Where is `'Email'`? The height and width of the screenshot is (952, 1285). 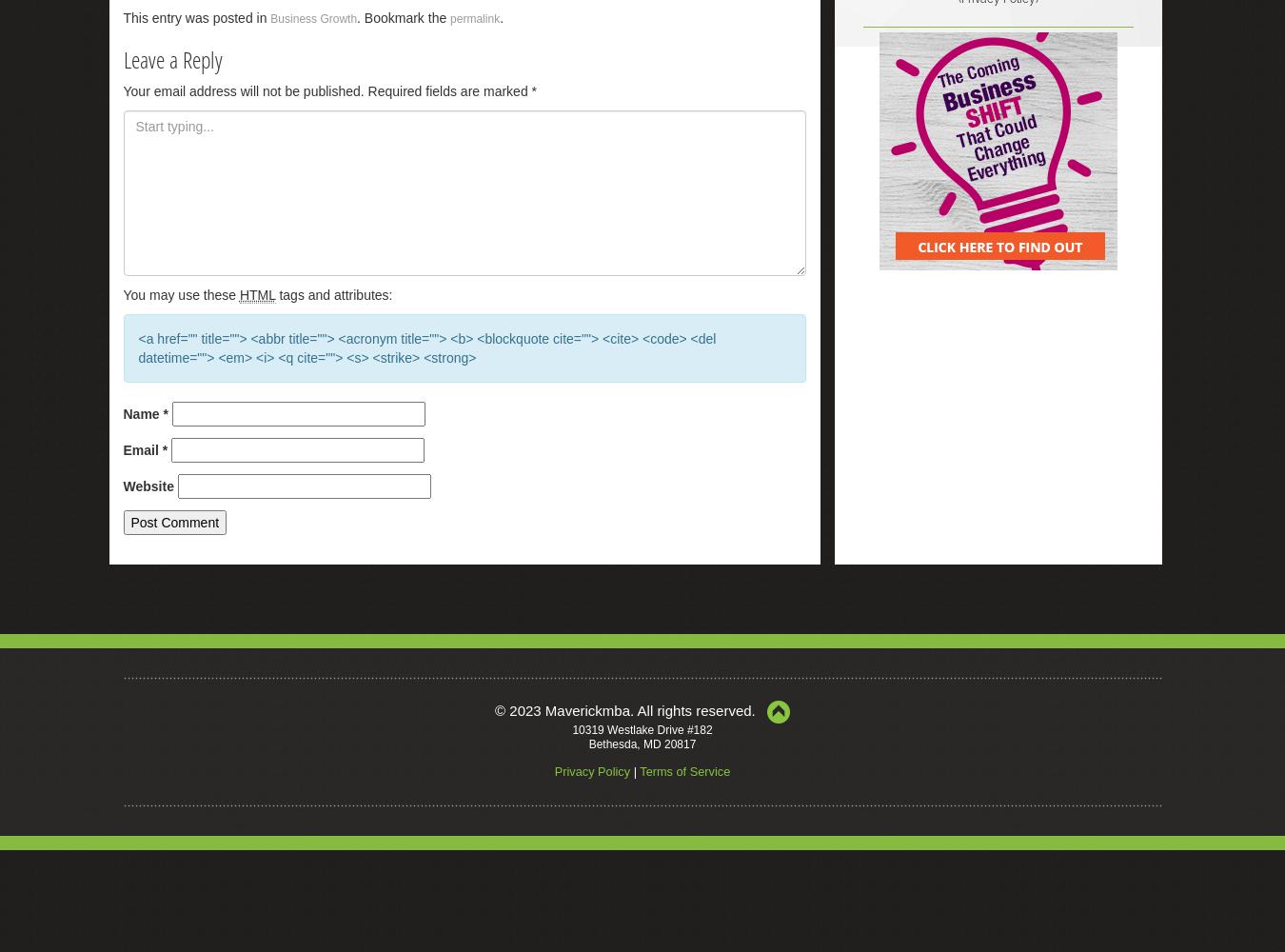
'Email' is located at coordinates (142, 449).